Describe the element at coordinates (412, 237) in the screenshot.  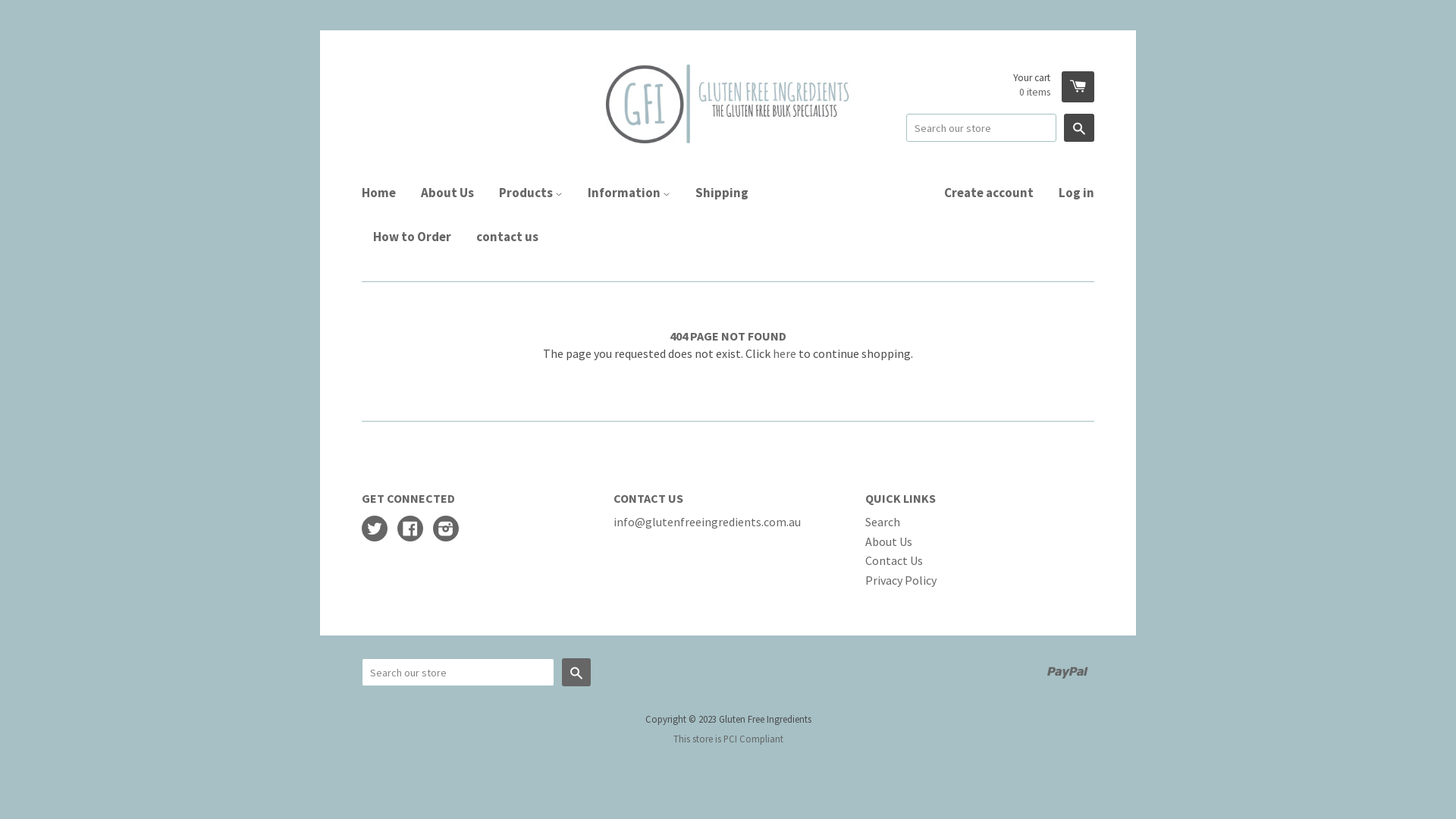
I see `'How to Order'` at that location.